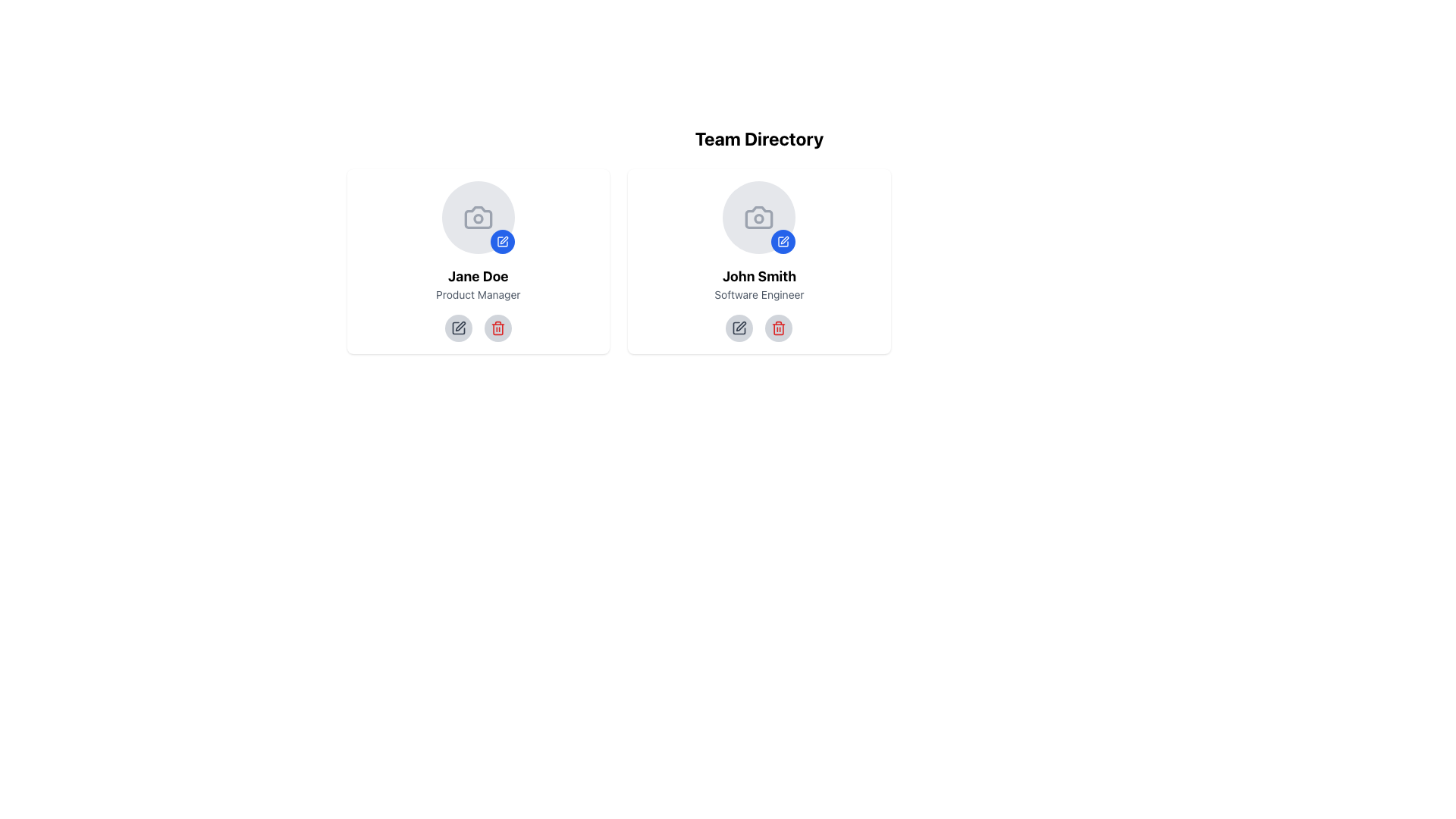  What do you see at coordinates (477, 217) in the screenshot?
I see `the profile picture area with the interactive icon overlay for repositioning within the profile card of 'Jane Doe - Product Manager.'` at bounding box center [477, 217].